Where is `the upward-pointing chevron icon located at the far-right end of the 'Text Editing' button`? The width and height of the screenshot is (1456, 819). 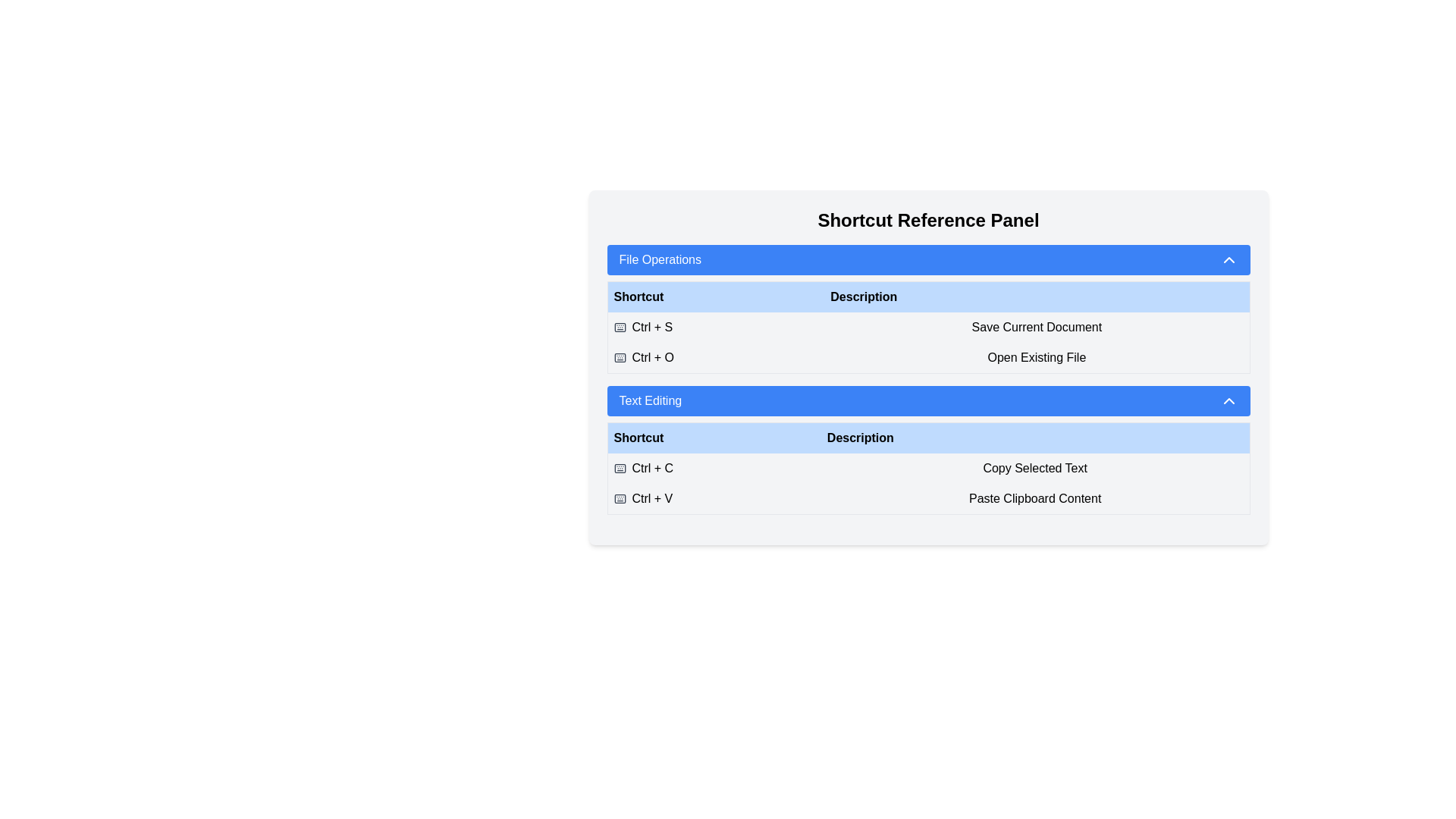
the upward-pointing chevron icon located at the far-right end of the 'Text Editing' button is located at coordinates (1228, 400).